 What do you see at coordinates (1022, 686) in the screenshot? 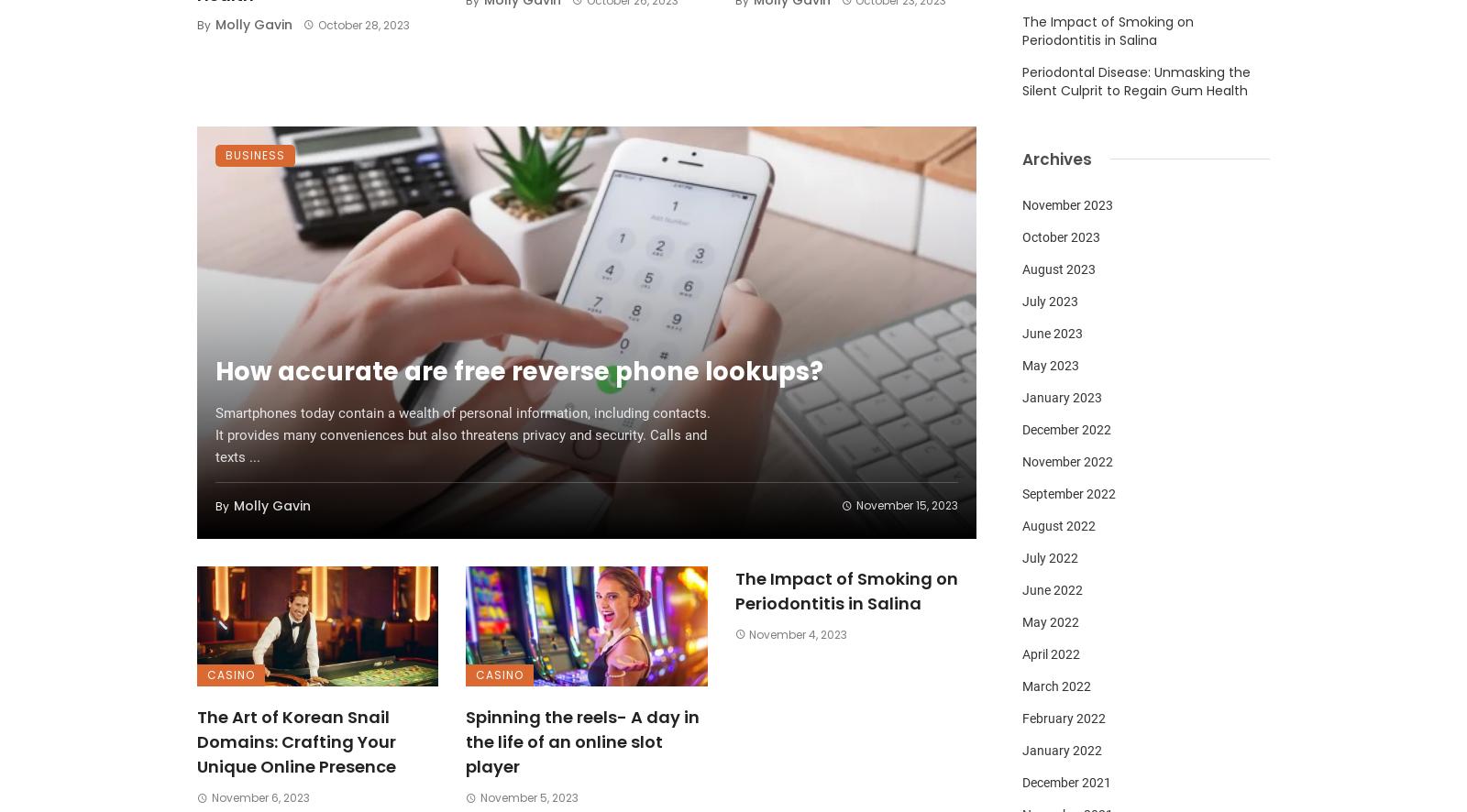
I see `'March 2022'` at bounding box center [1022, 686].